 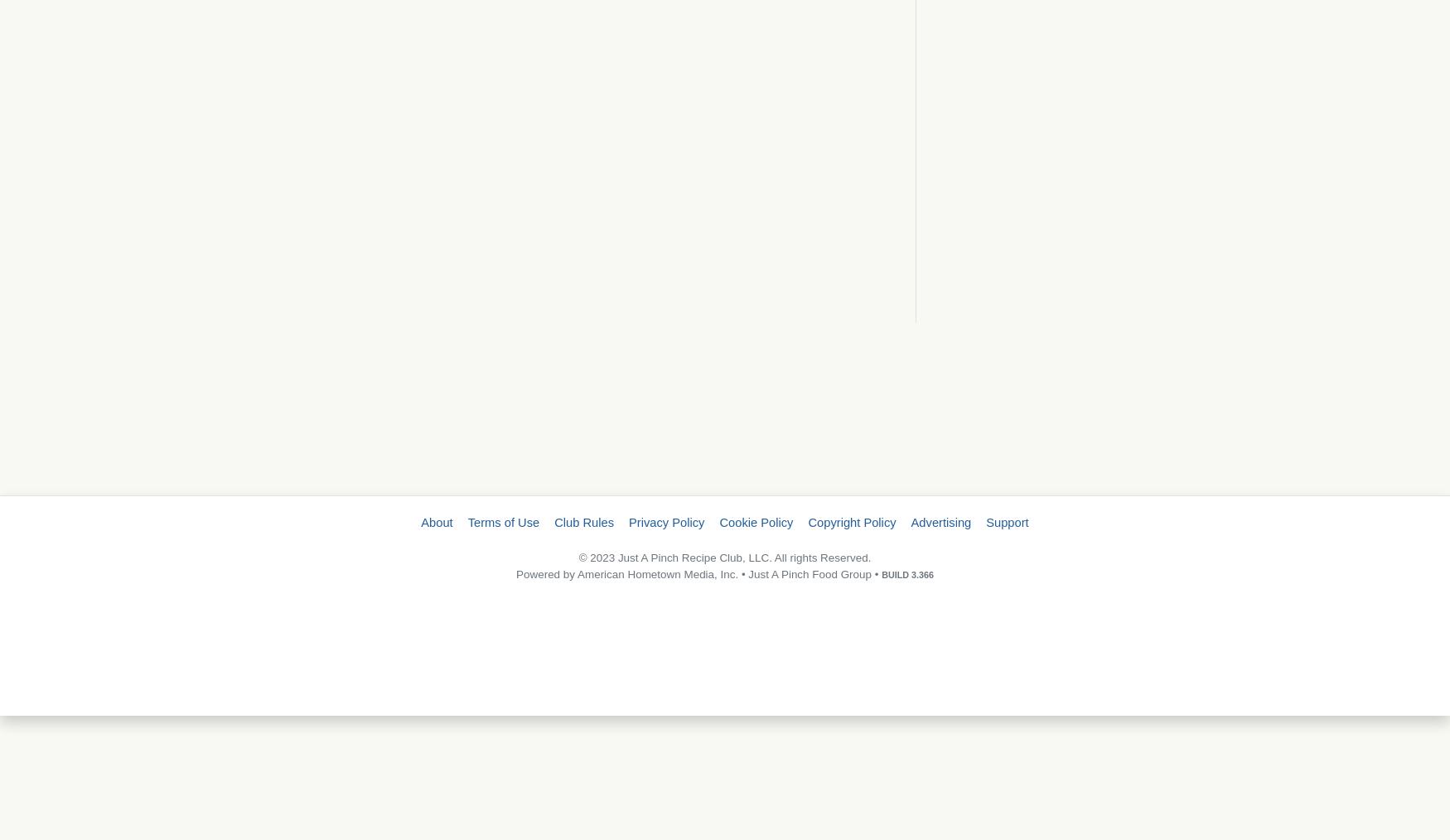 I want to click on 'Powered by American Hometown Media, Inc.
                • Just A Pinch Food Group
                •', so click(x=698, y=572).